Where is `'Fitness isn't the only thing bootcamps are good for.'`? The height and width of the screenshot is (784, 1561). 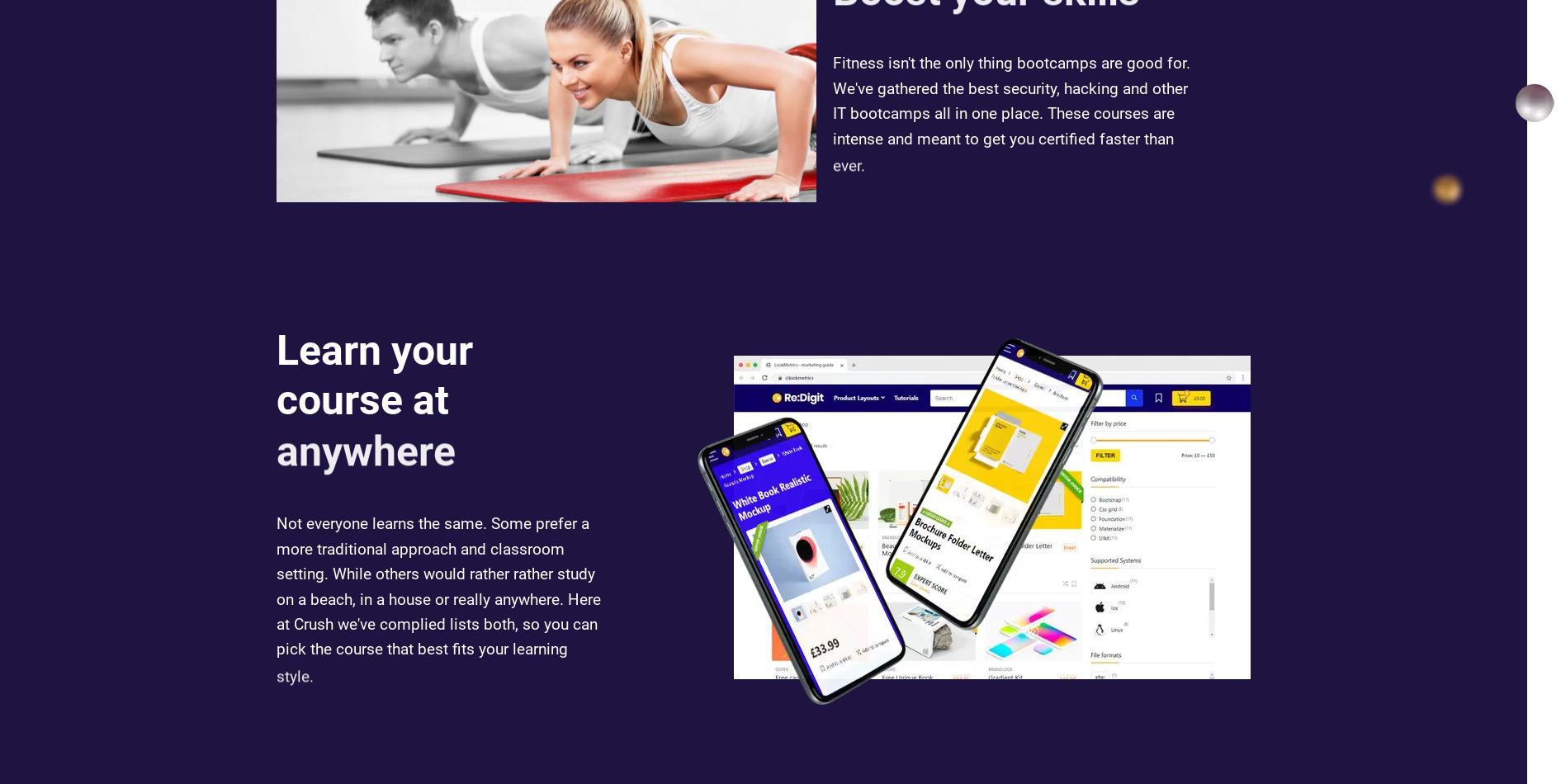 'Fitness isn't the only thing bootcamps are good for.' is located at coordinates (1011, 70).